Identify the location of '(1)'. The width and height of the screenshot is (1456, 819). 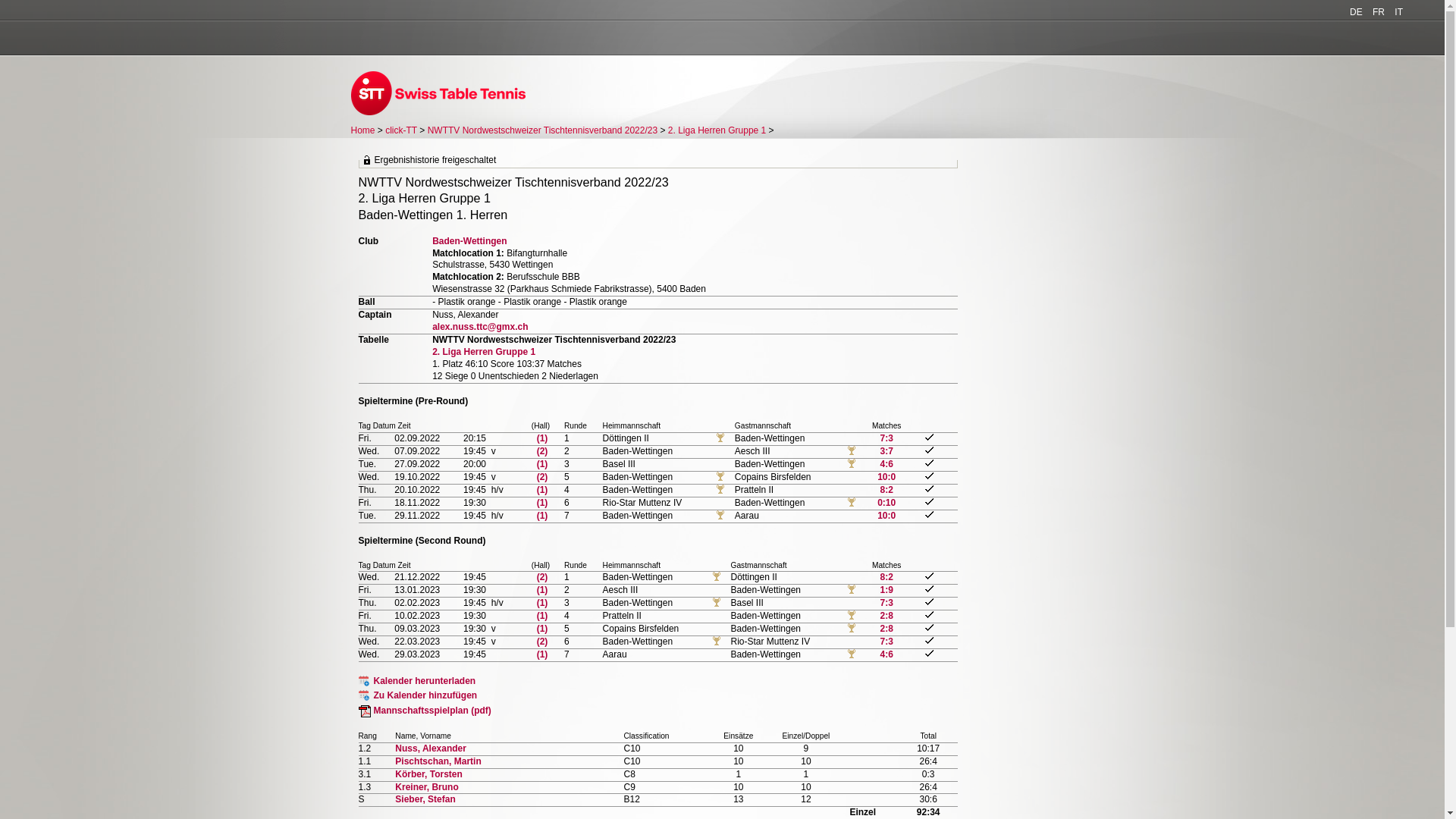
(542, 503).